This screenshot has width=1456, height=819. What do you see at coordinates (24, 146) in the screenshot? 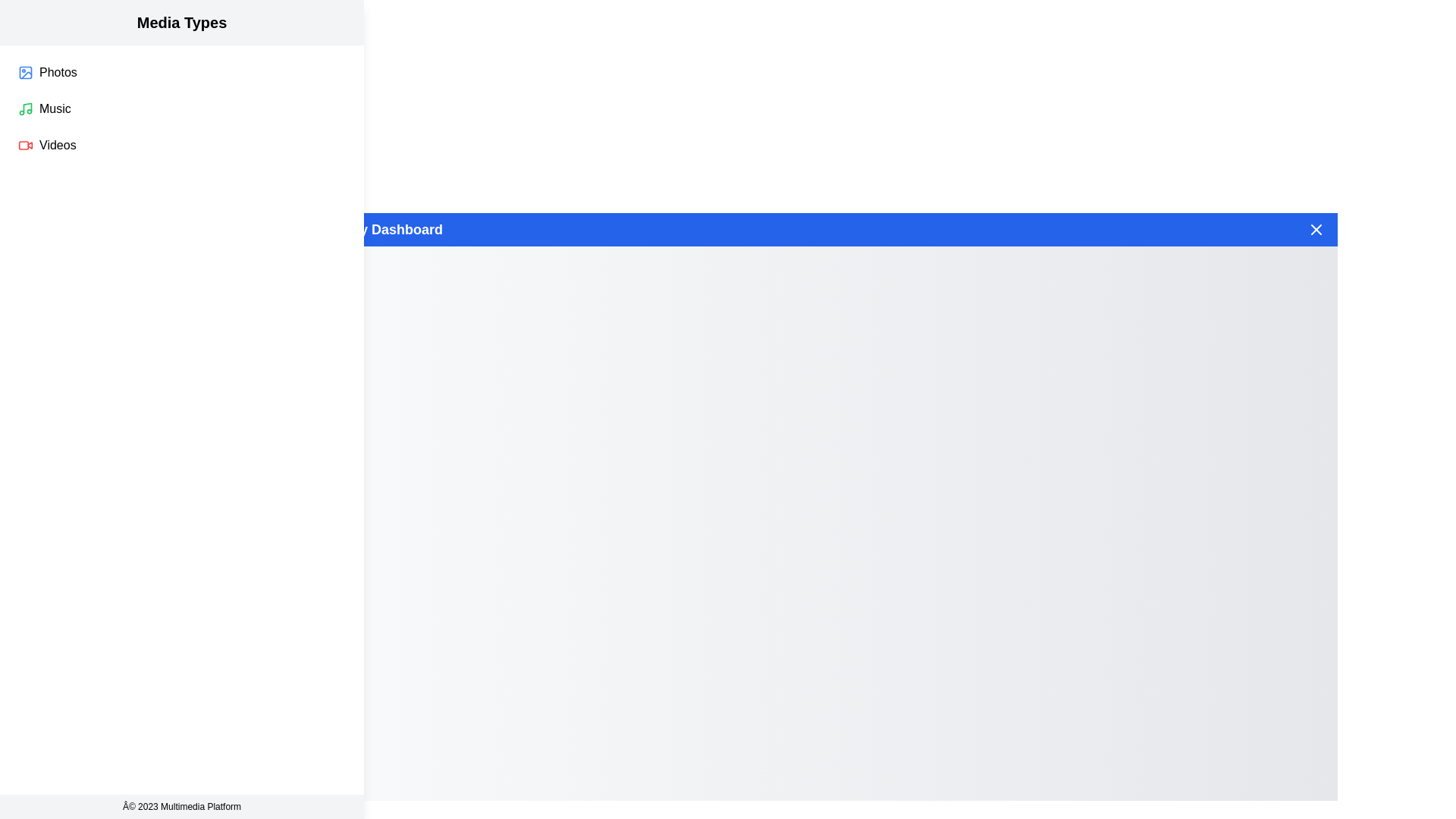
I see `the decorative SVG graphic element representing the 'Videos' section in the sidebar, located to the left of the 'Videos' text label` at bounding box center [24, 146].